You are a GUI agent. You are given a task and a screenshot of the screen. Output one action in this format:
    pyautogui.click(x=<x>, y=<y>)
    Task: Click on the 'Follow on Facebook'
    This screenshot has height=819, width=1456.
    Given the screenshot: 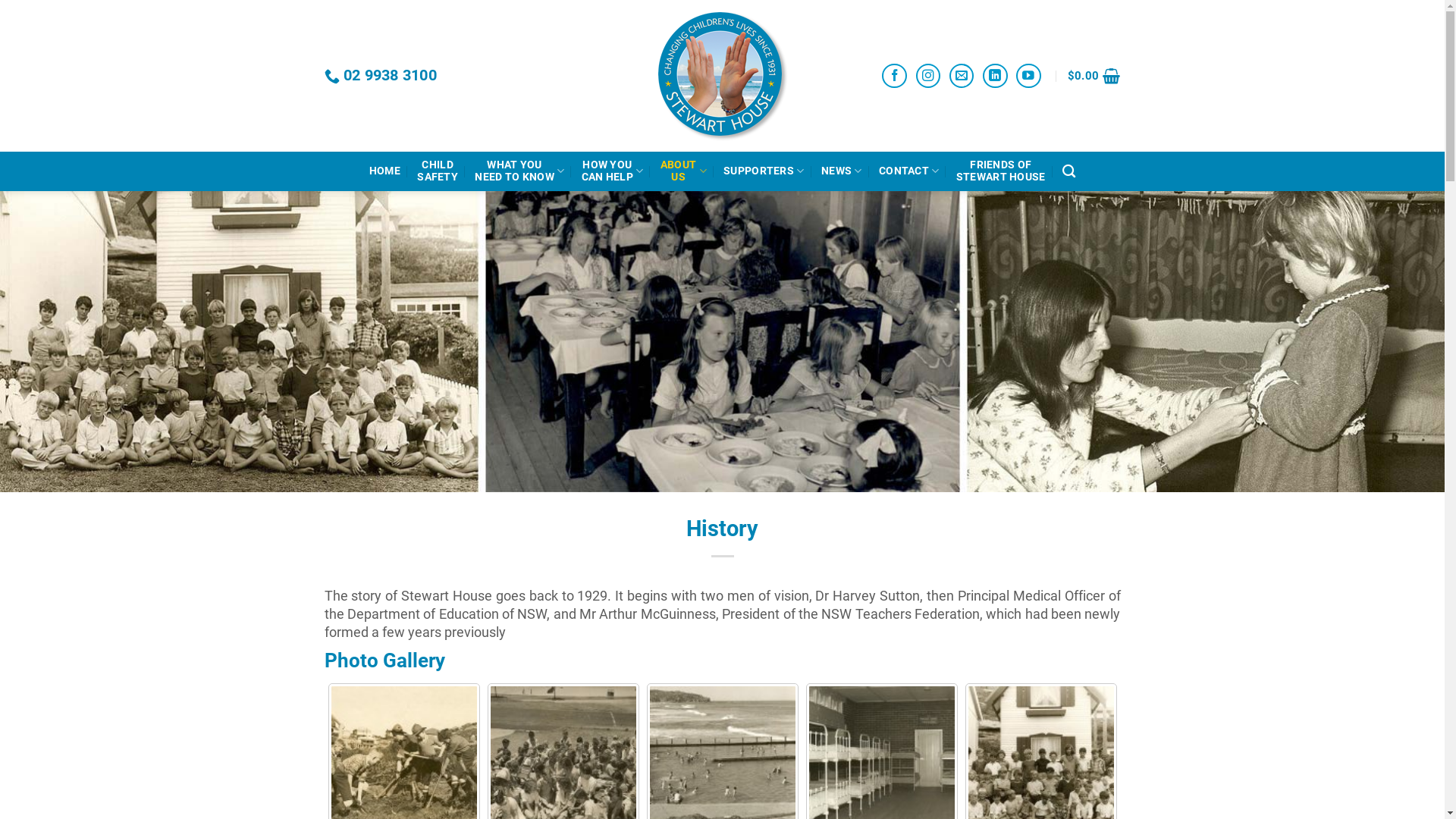 What is the action you would take?
    pyautogui.click(x=894, y=76)
    